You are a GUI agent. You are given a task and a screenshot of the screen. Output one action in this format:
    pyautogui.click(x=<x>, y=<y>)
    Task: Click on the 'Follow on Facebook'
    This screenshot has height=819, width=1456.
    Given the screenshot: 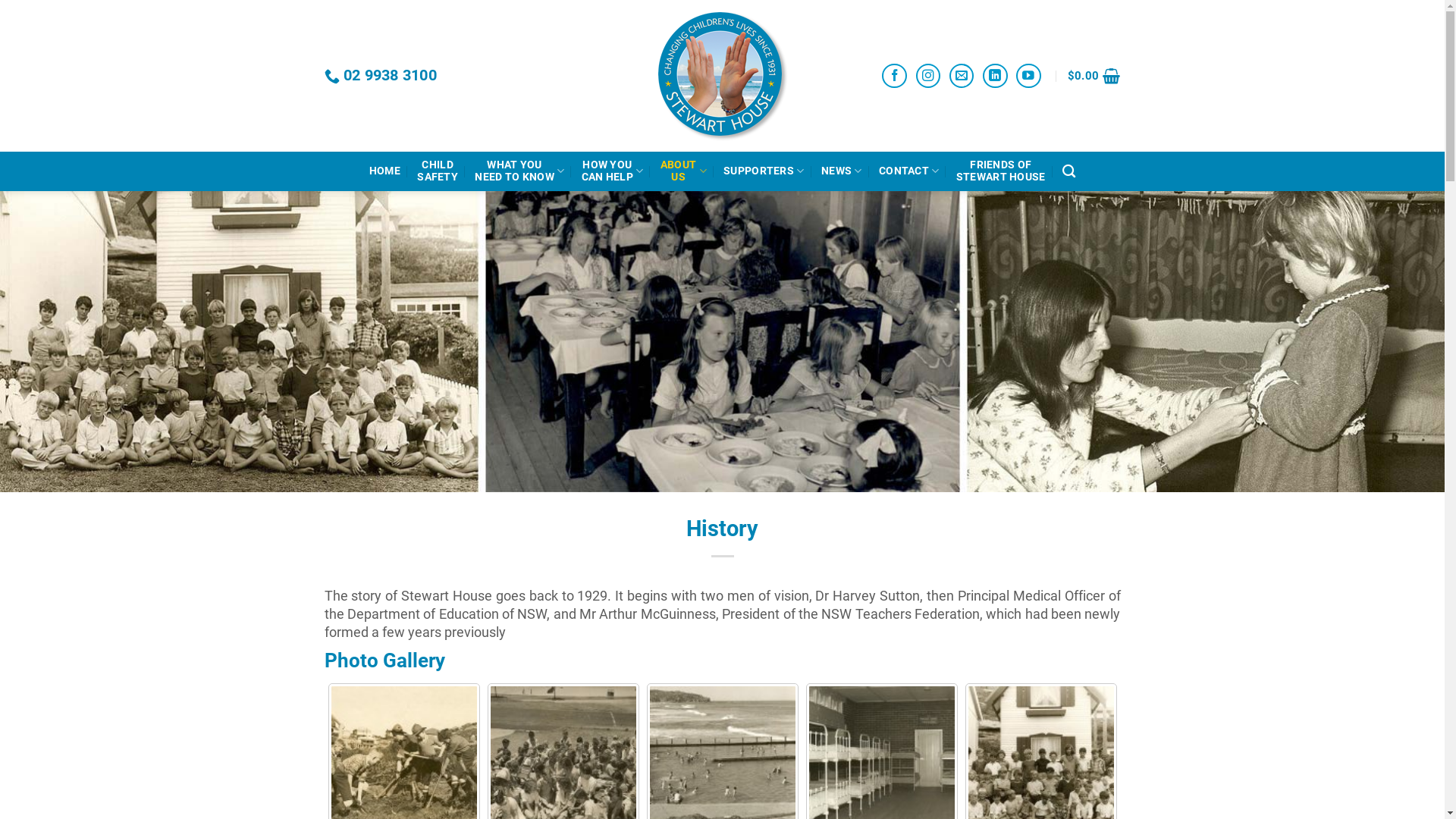 What is the action you would take?
    pyautogui.click(x=894, y=76)
    